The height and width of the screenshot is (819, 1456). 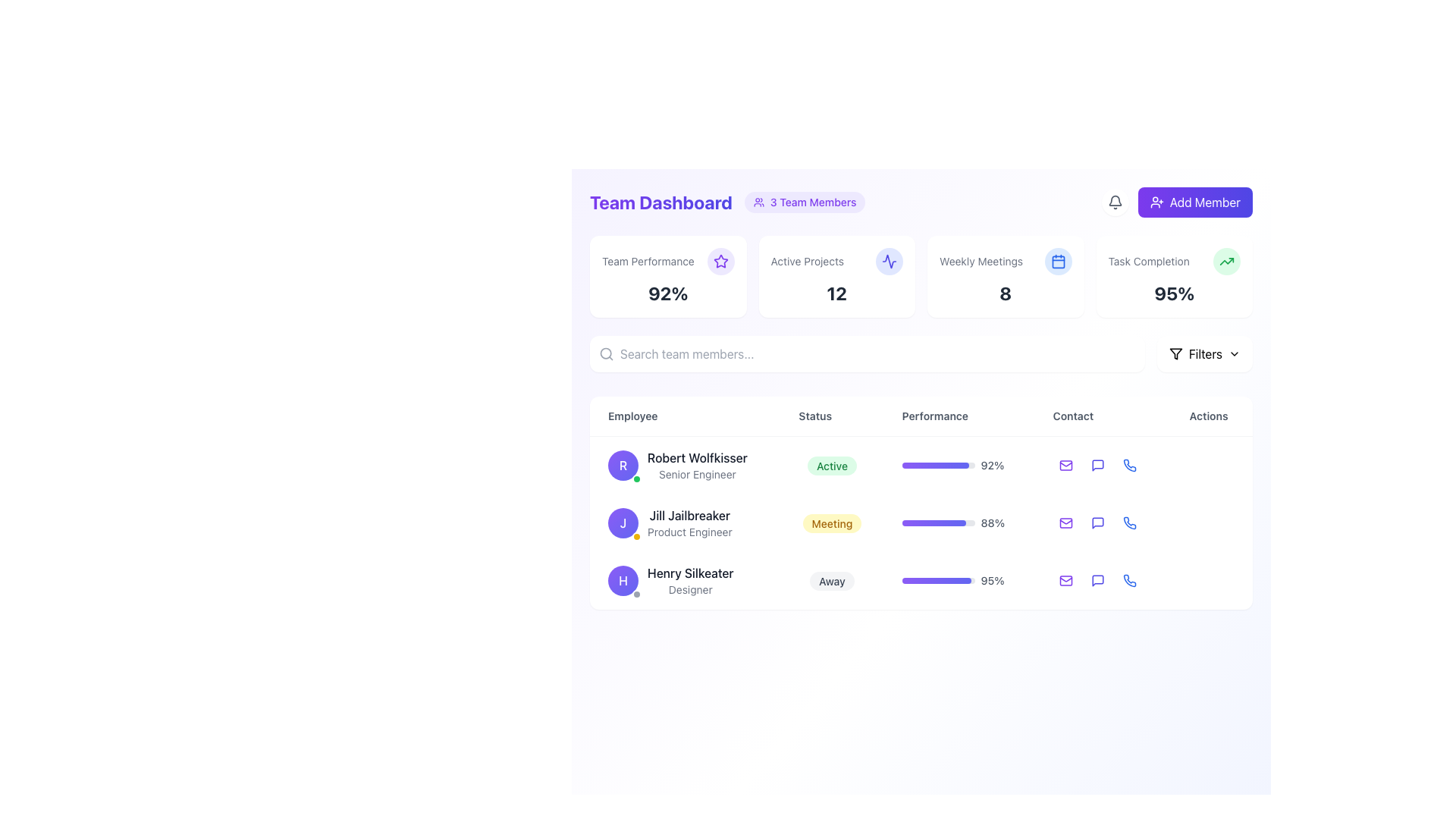 What do you see at coordinates (1211, 464) in the screenshot?
I see `the Ellipsis menu button, which consists of three horizontally aligned dots, located in the 'Actions' column for the row of 'Robert Wolfkisser'` at bounding box center [1211, 464].